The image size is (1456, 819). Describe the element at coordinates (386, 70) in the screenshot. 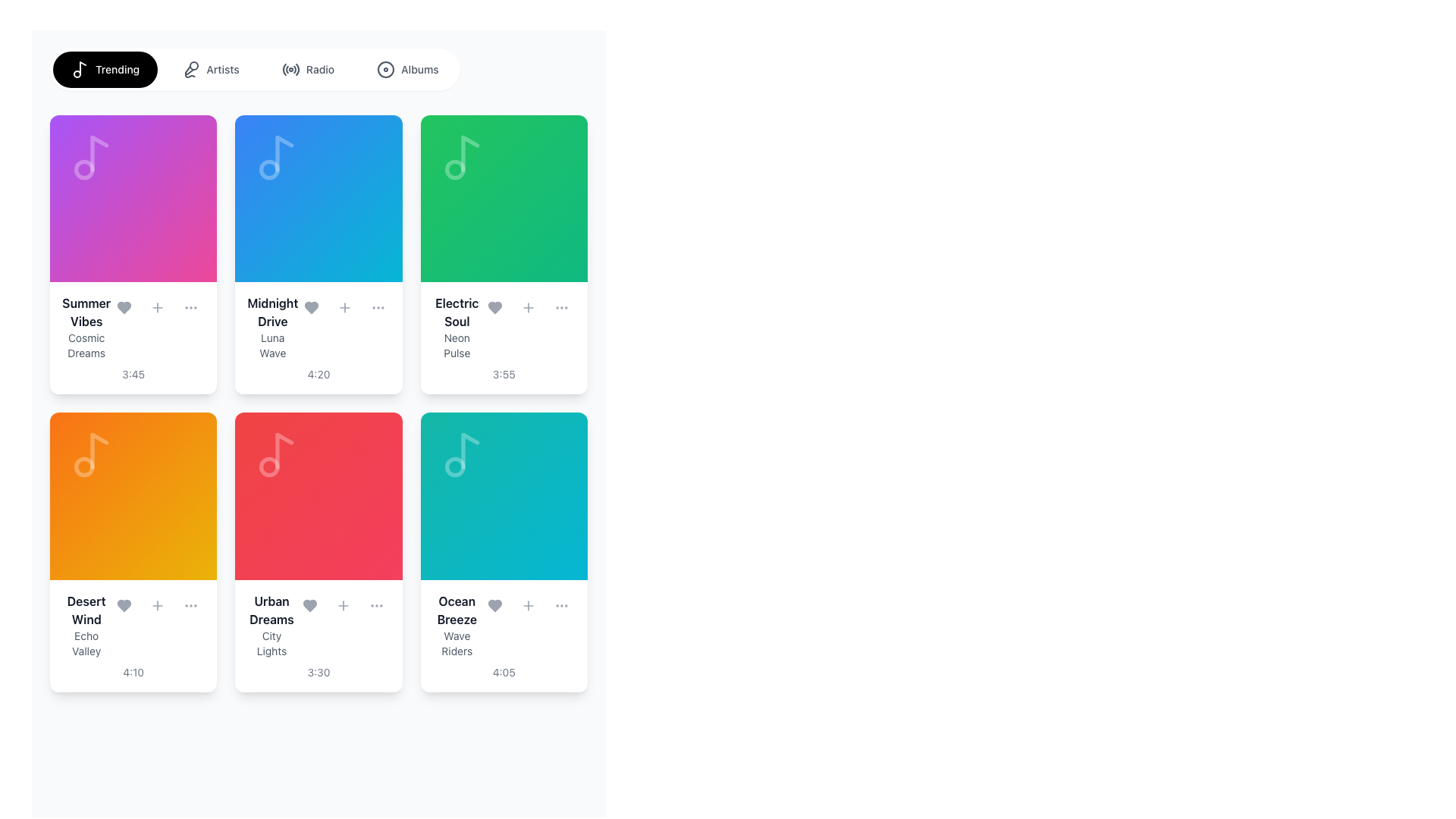

I see `the Decorative SVG Icon located within the navigation bar to the left of the 'Albums' text, which serves as a static ornamental icon` at that location.